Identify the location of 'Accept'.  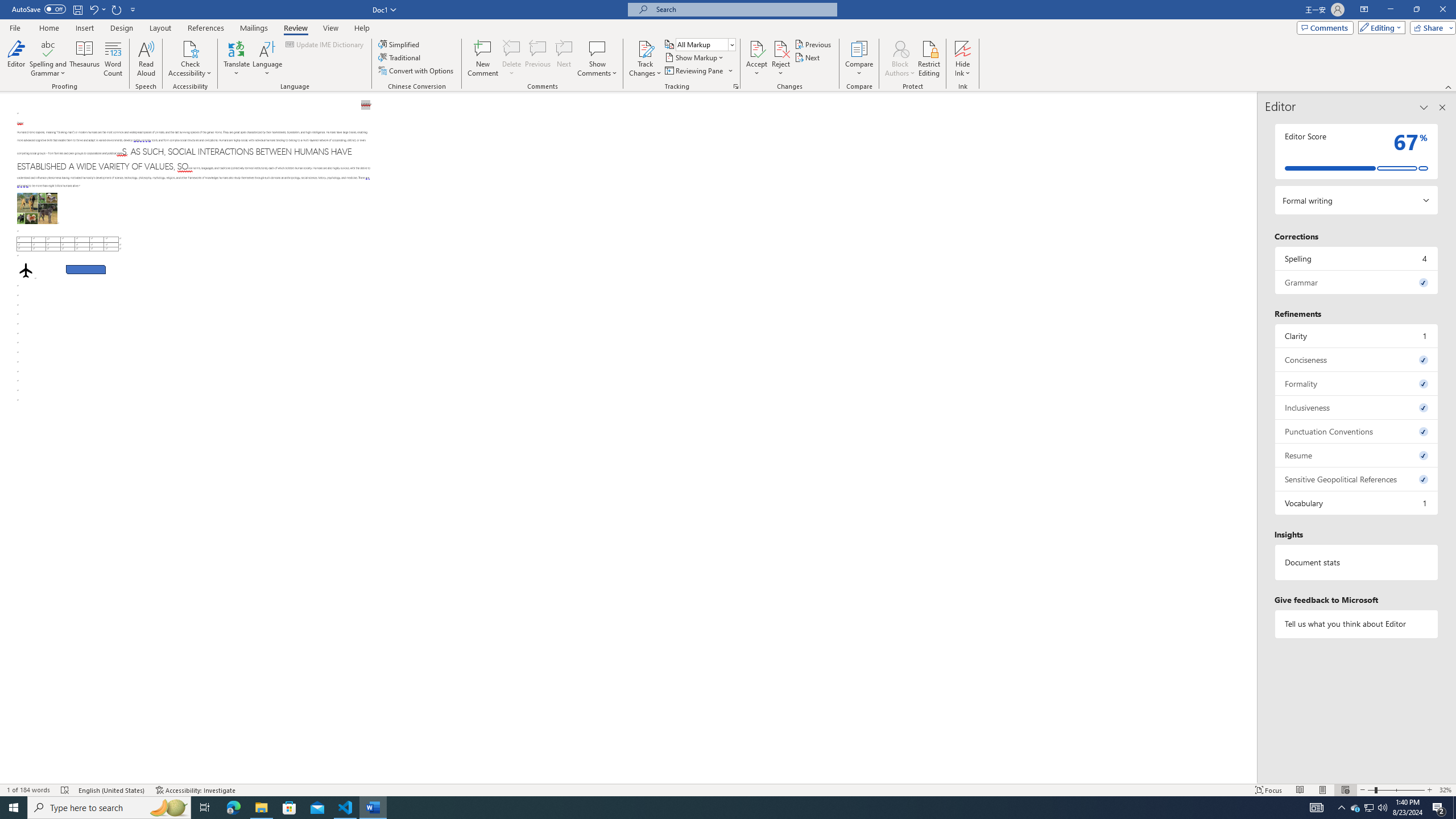
(756, 59).